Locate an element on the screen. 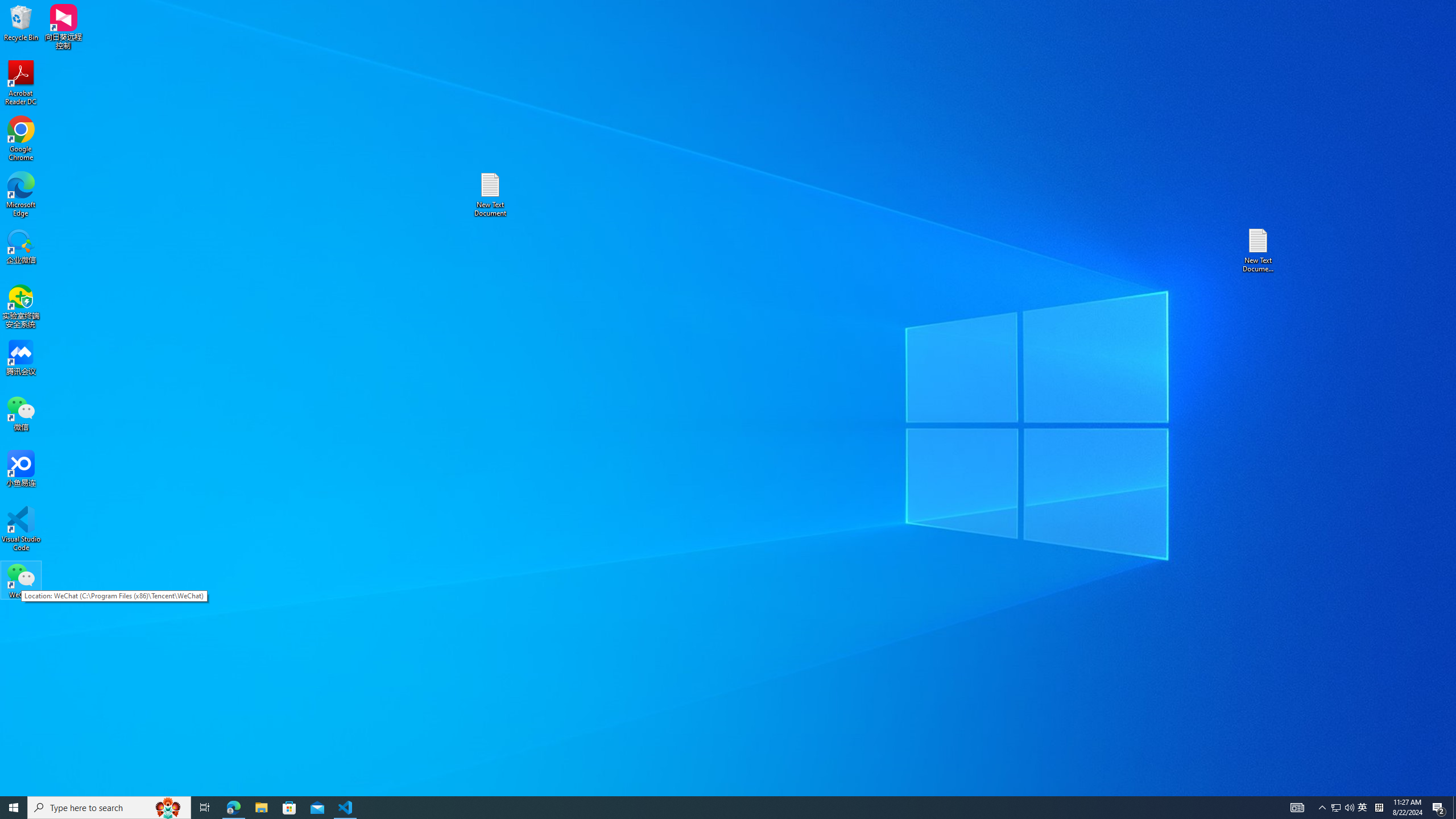  'Visual Studio Code - 1 running window' is located at coordinates (345, 806).